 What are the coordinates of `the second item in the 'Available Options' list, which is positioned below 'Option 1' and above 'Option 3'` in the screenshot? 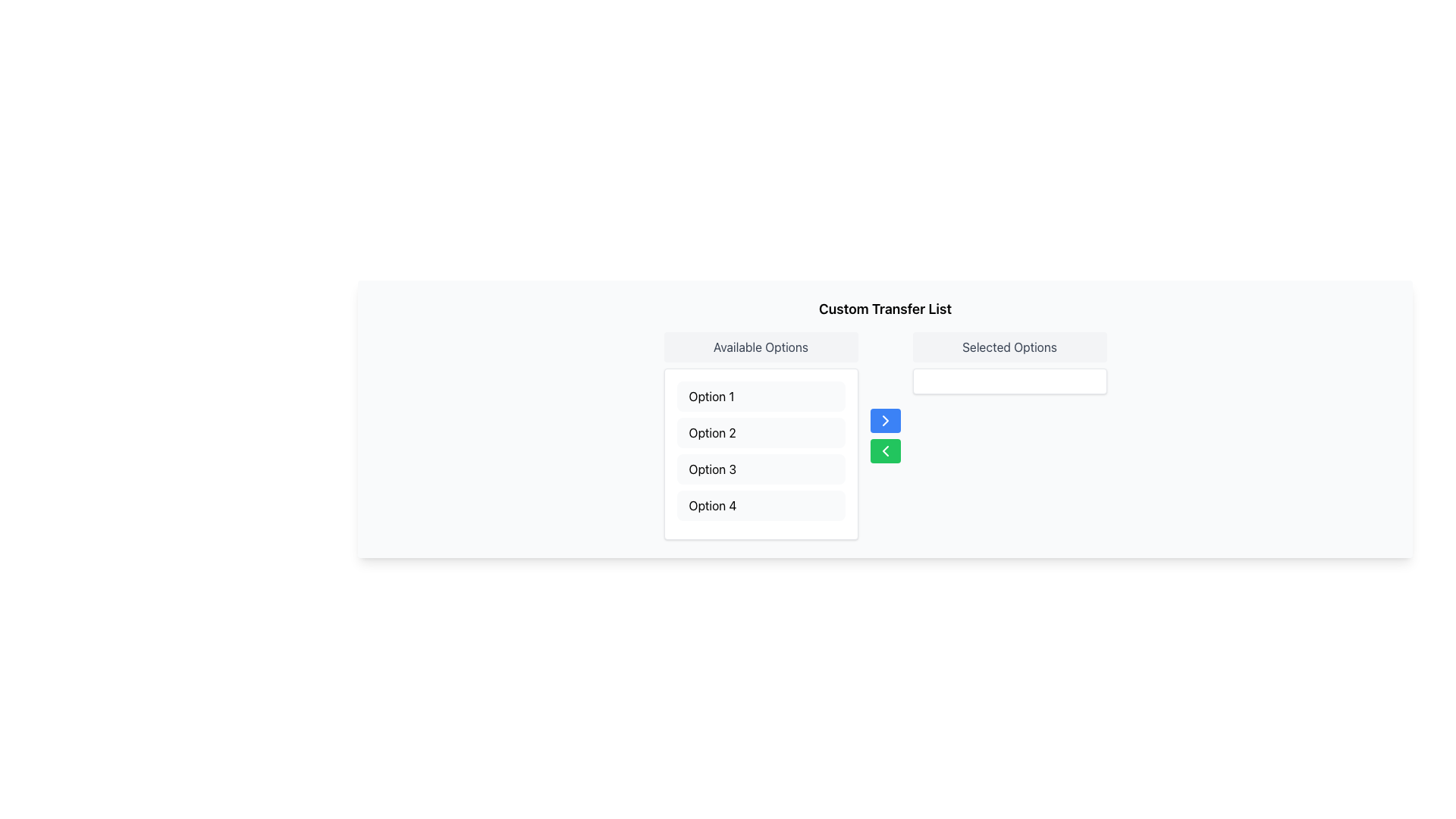 It's located at (761, 432).